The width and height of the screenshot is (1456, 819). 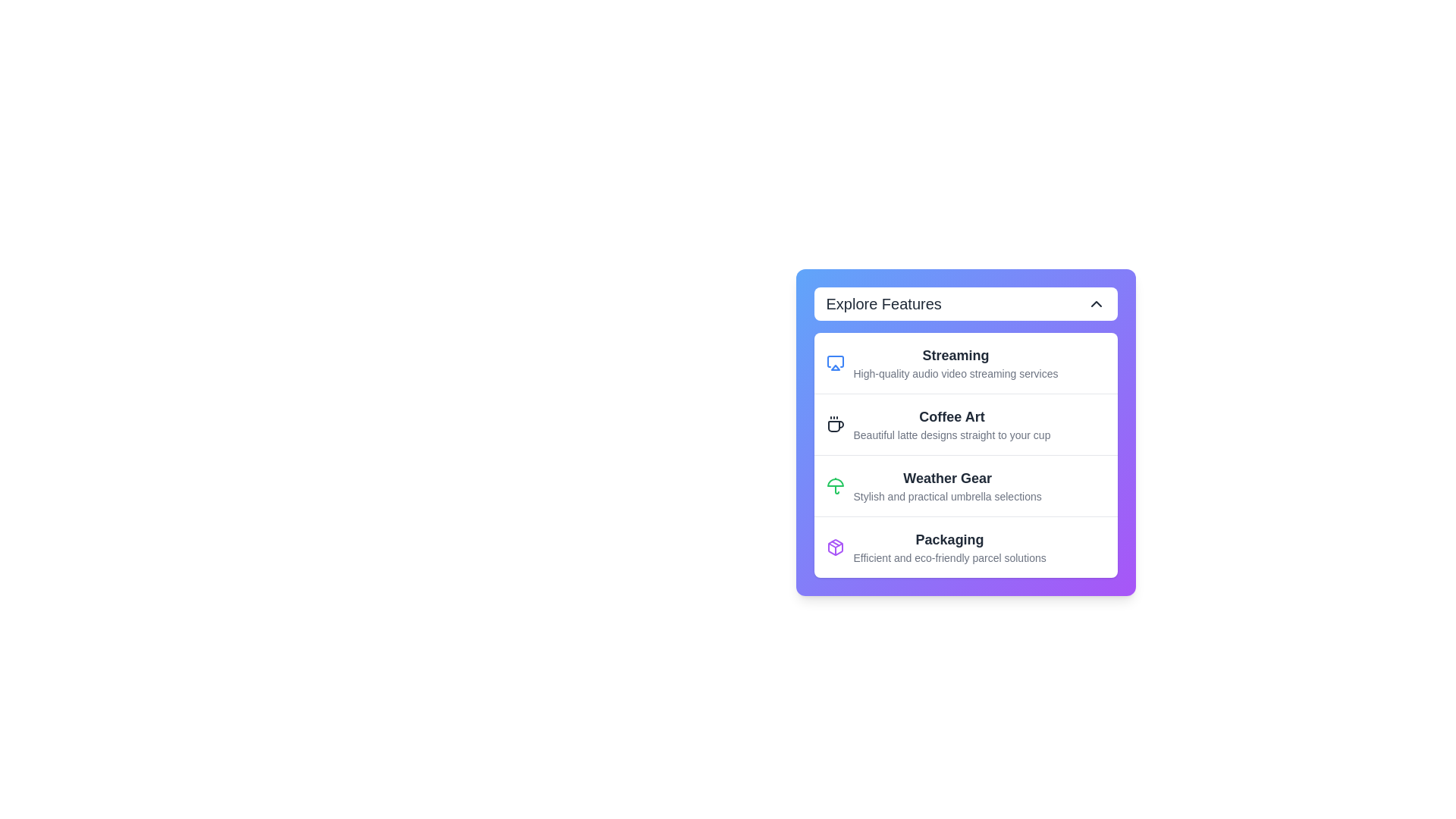 What do you see at coordinates (946, 485) in the screenshot?
I see `the text block representing the third menu item under 'Explore Features'` at bounding box center [946, 485].